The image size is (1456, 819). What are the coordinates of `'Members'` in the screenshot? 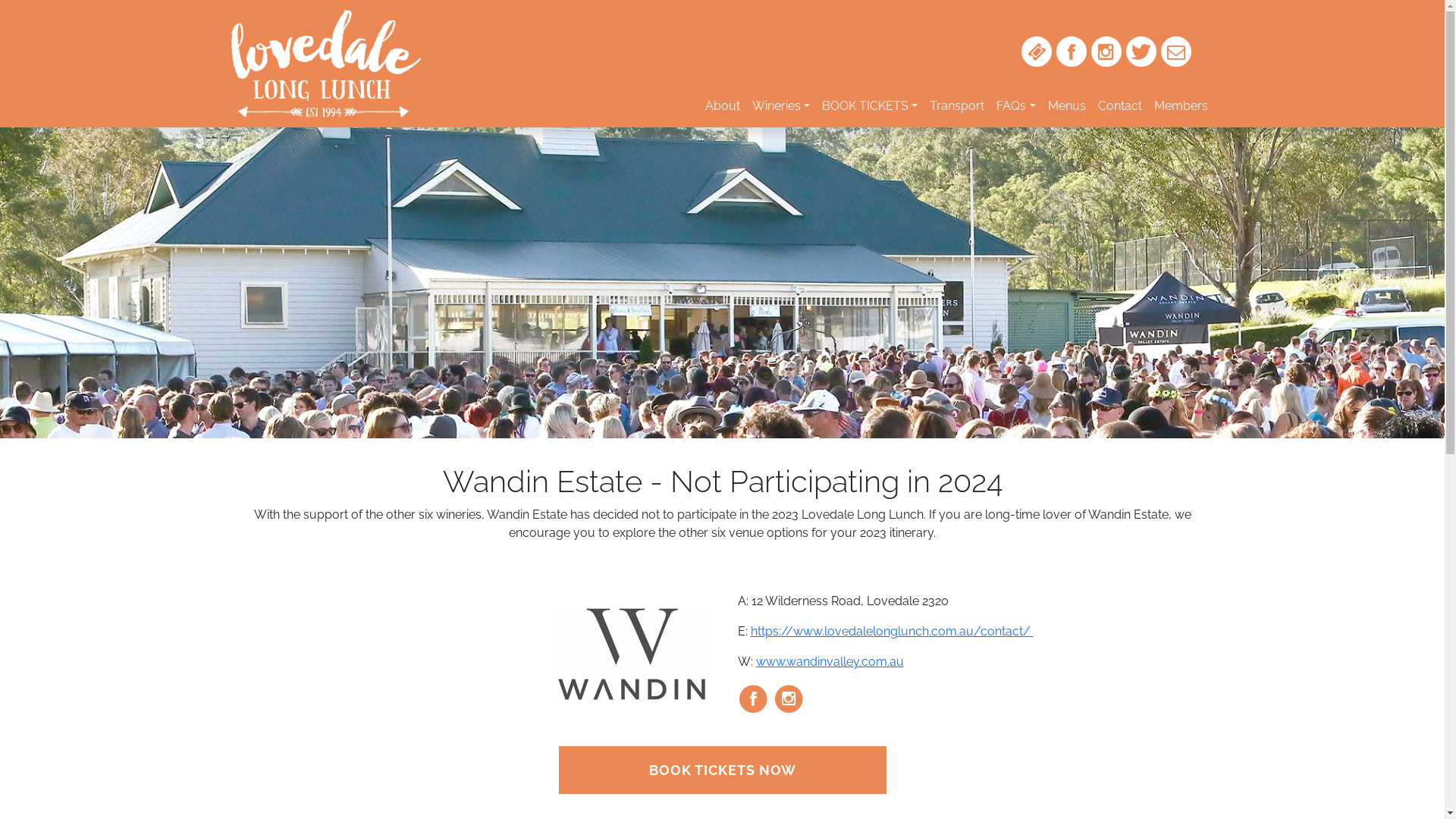 It's located at (1180, 105).